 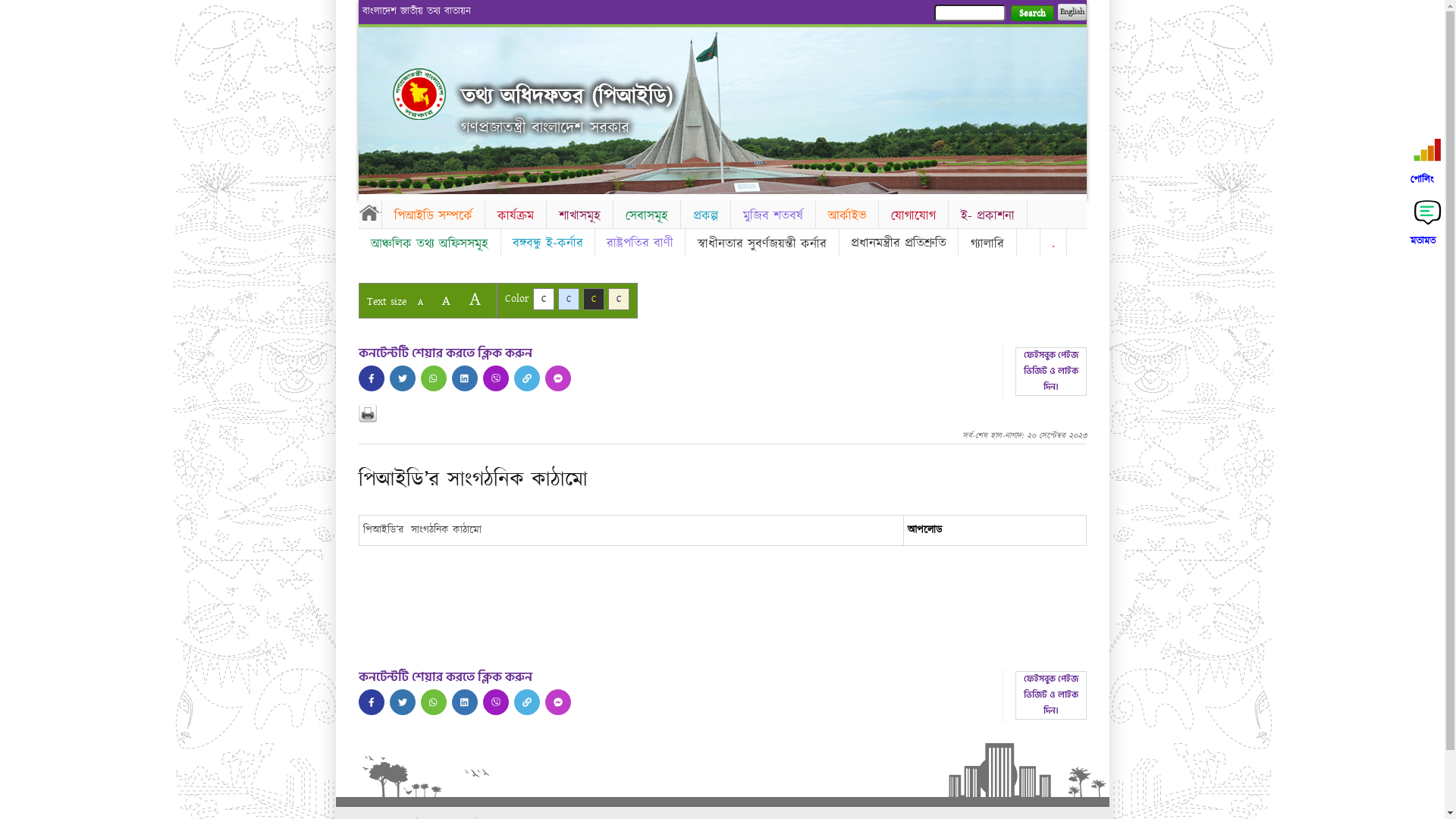 I want to click on 'Home', so click(x=419, y=93).